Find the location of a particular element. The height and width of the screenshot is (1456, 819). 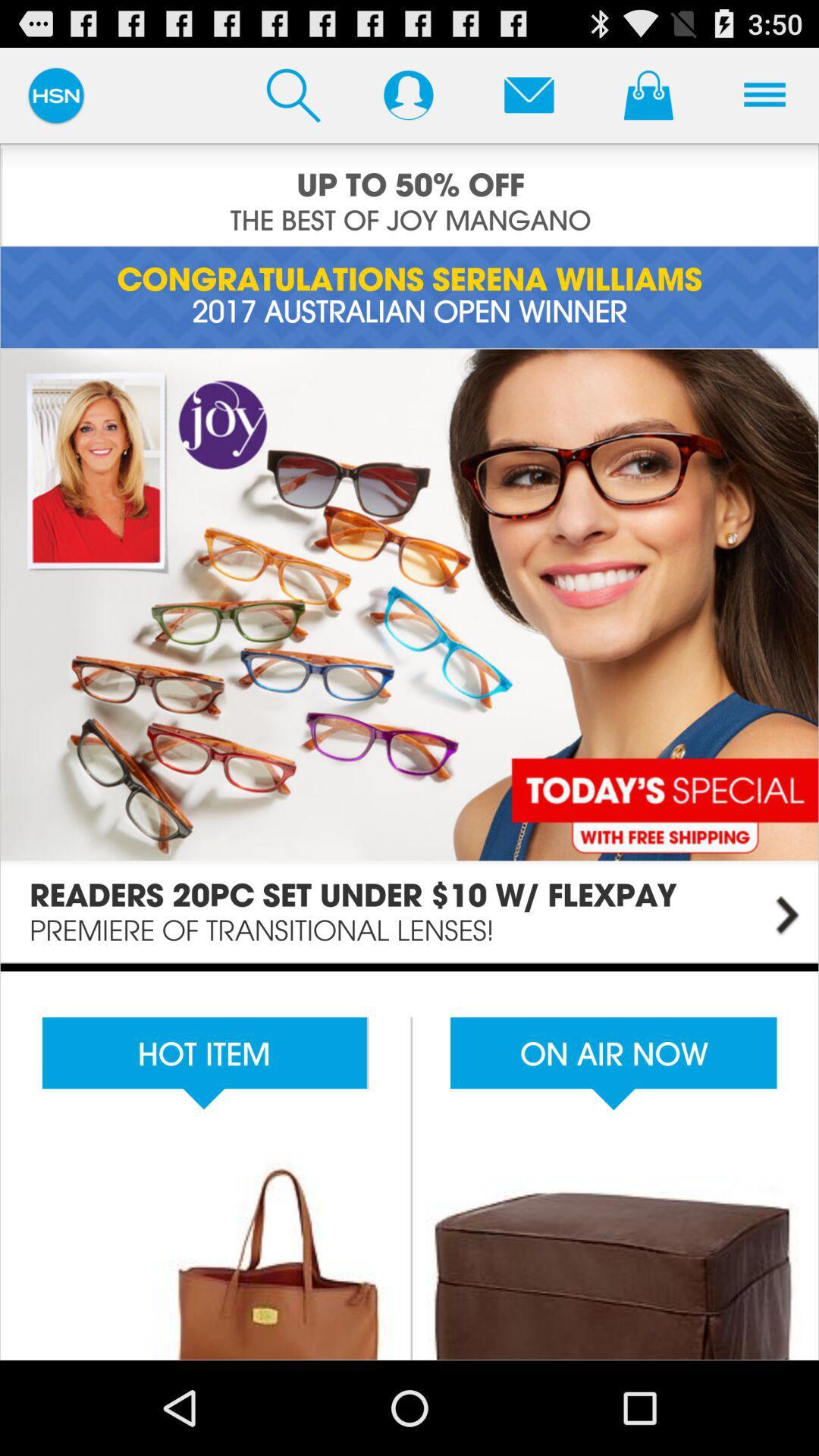

cart option is located at coordinates (648, 94).